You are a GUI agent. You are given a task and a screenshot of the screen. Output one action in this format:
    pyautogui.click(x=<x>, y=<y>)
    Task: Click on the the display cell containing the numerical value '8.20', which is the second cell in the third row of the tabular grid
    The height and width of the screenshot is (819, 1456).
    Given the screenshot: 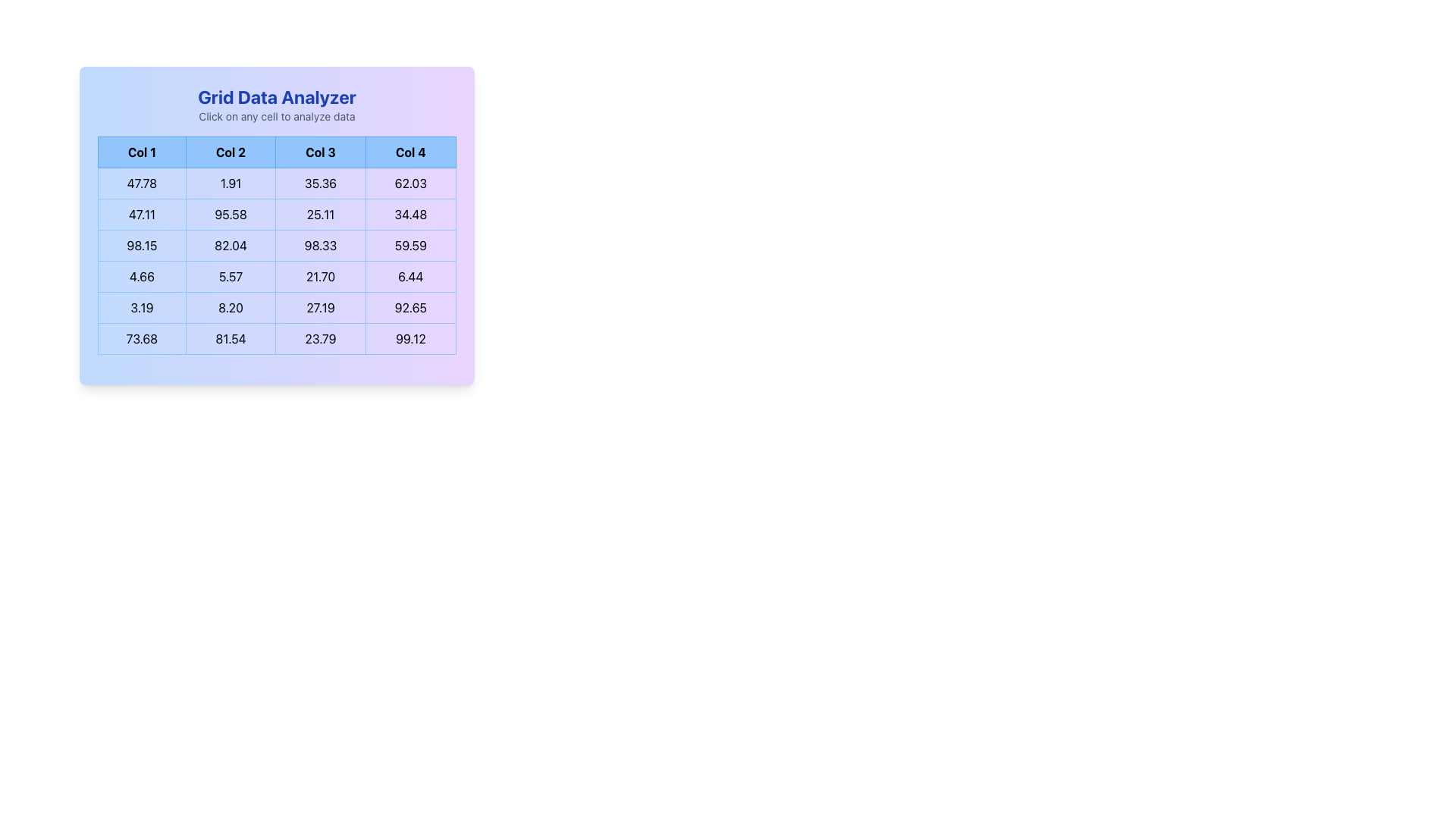 What is the action you would take?
    pyautogui.click(x=230, y=307)
    